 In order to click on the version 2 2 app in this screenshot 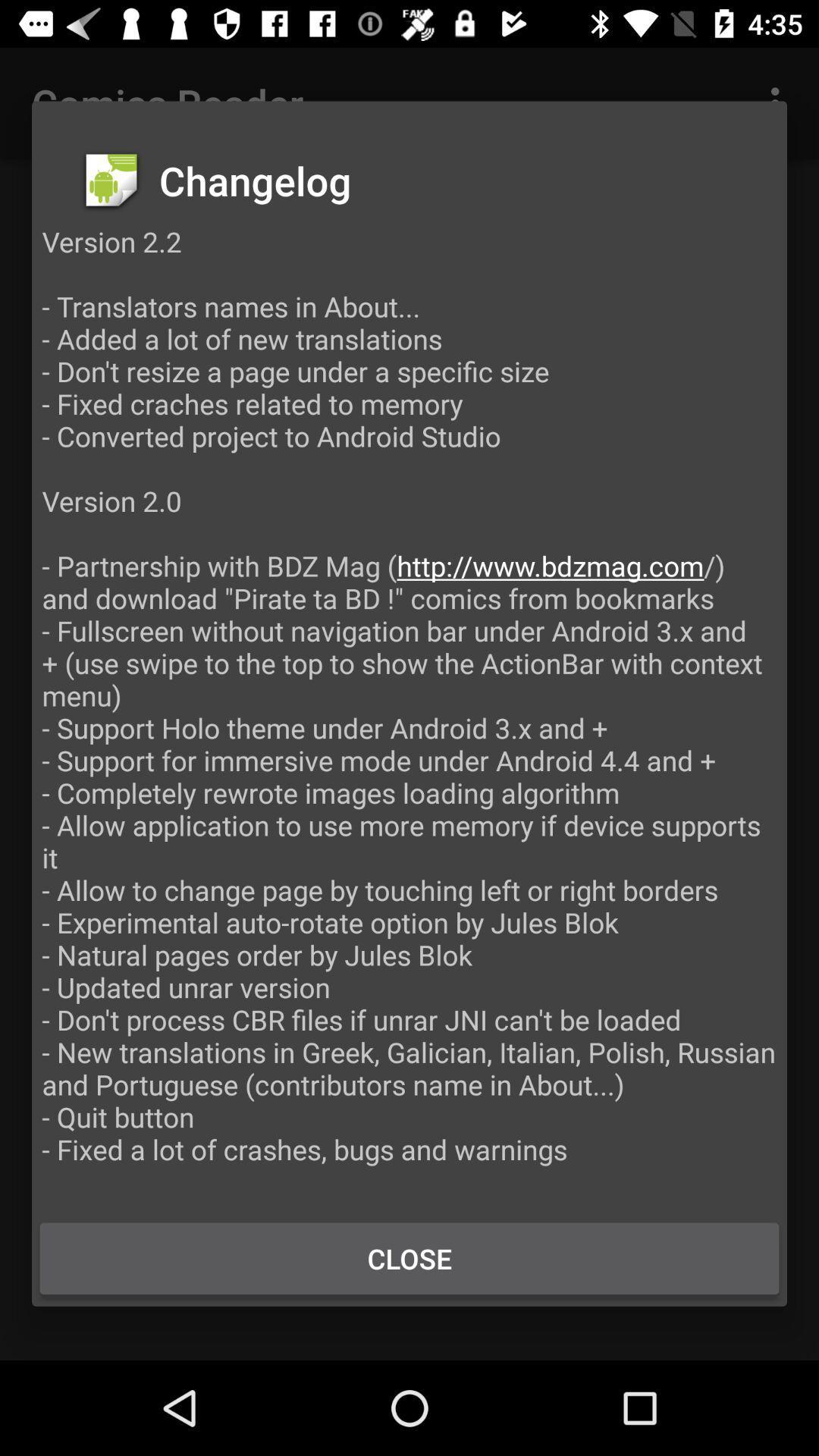, I will do `click(409, 711)`.